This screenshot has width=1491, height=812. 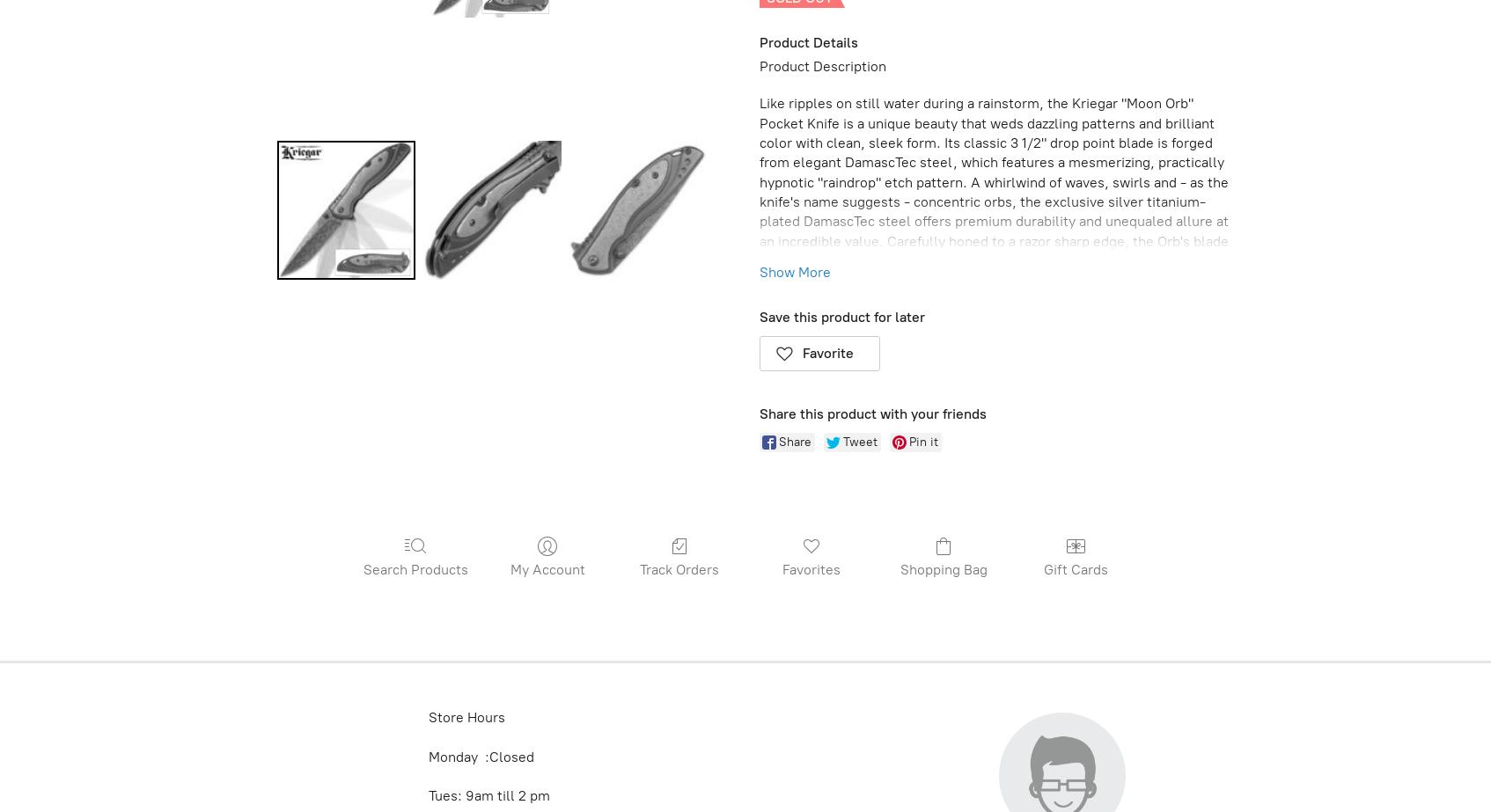 What do you see at coordinates (822, 65) in the screenshot?
I see `'Product Description'` at bounding box center [822, 65].